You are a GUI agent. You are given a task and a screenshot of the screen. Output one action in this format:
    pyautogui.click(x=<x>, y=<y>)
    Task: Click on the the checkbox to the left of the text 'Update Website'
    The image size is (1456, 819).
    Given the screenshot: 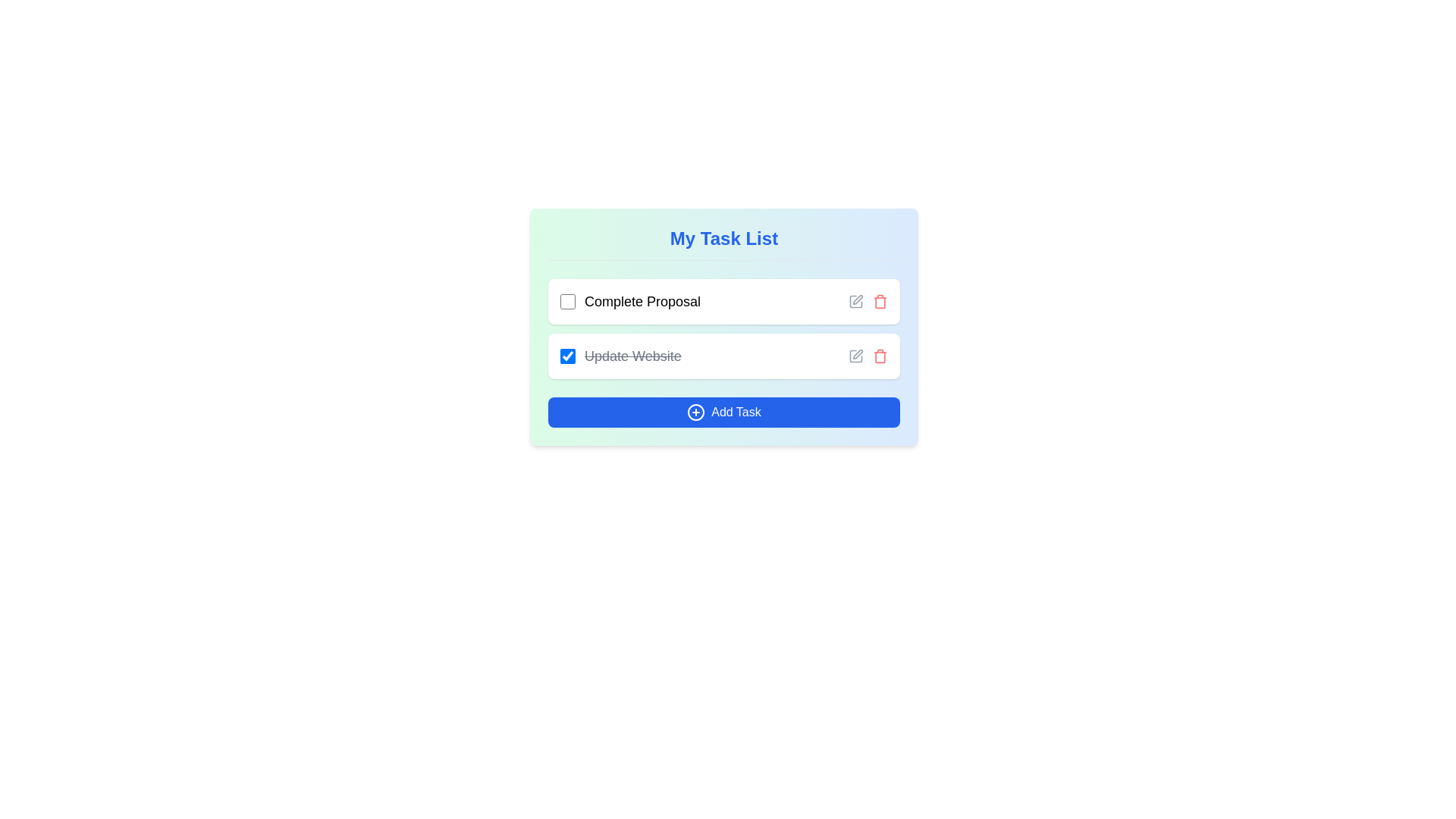 What is the action you would take?
    pyautogui.click(x=566, y=356)
    